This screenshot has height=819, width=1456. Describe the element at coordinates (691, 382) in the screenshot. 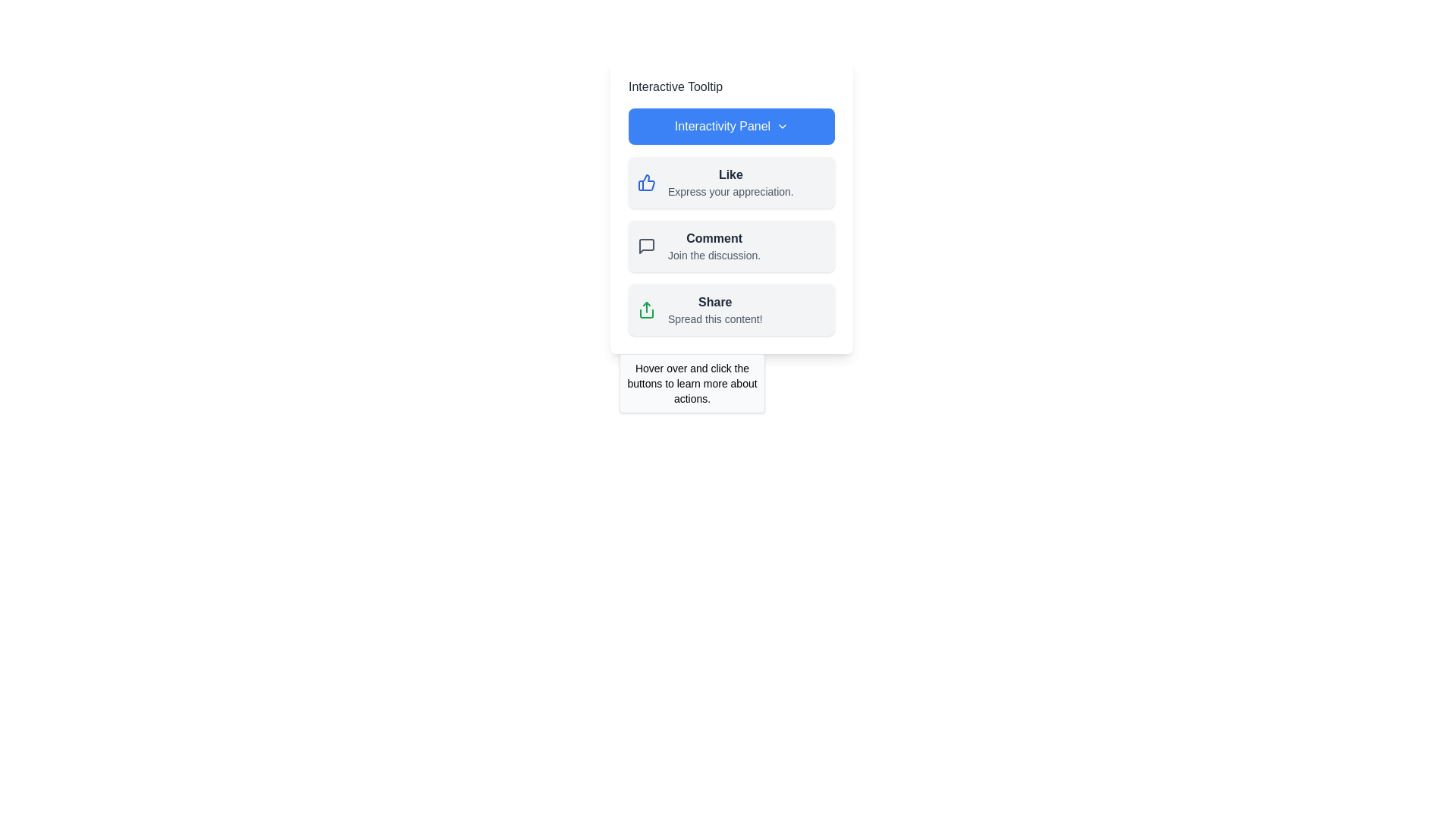

I see `information displayed in the informational tooltip located centrally below the 'Interactive Tooltip' panel` at that location.